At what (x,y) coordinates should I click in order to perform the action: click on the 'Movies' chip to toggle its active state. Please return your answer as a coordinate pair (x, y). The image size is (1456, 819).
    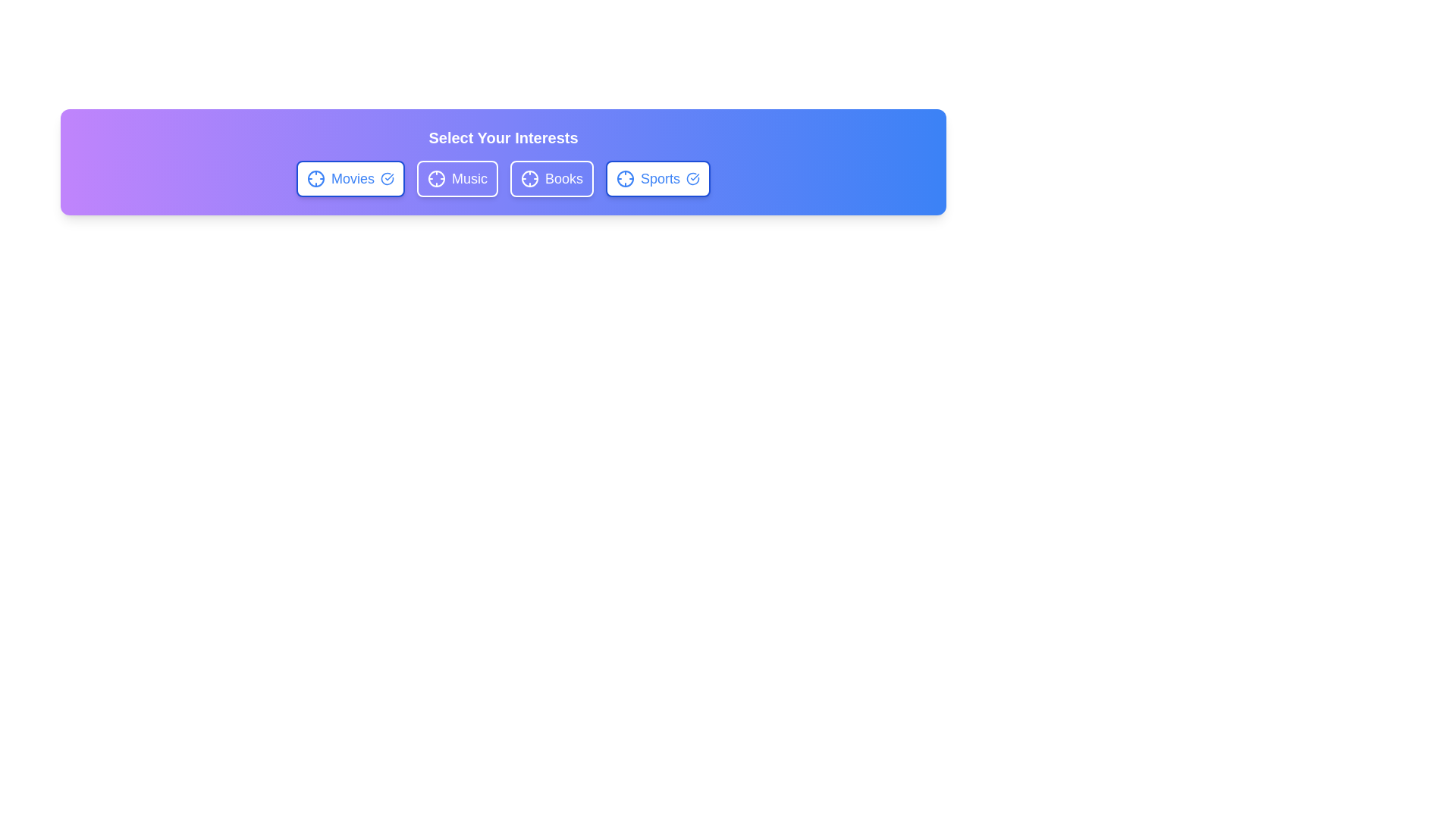
    Looking at the image, I should click on (349, 177).